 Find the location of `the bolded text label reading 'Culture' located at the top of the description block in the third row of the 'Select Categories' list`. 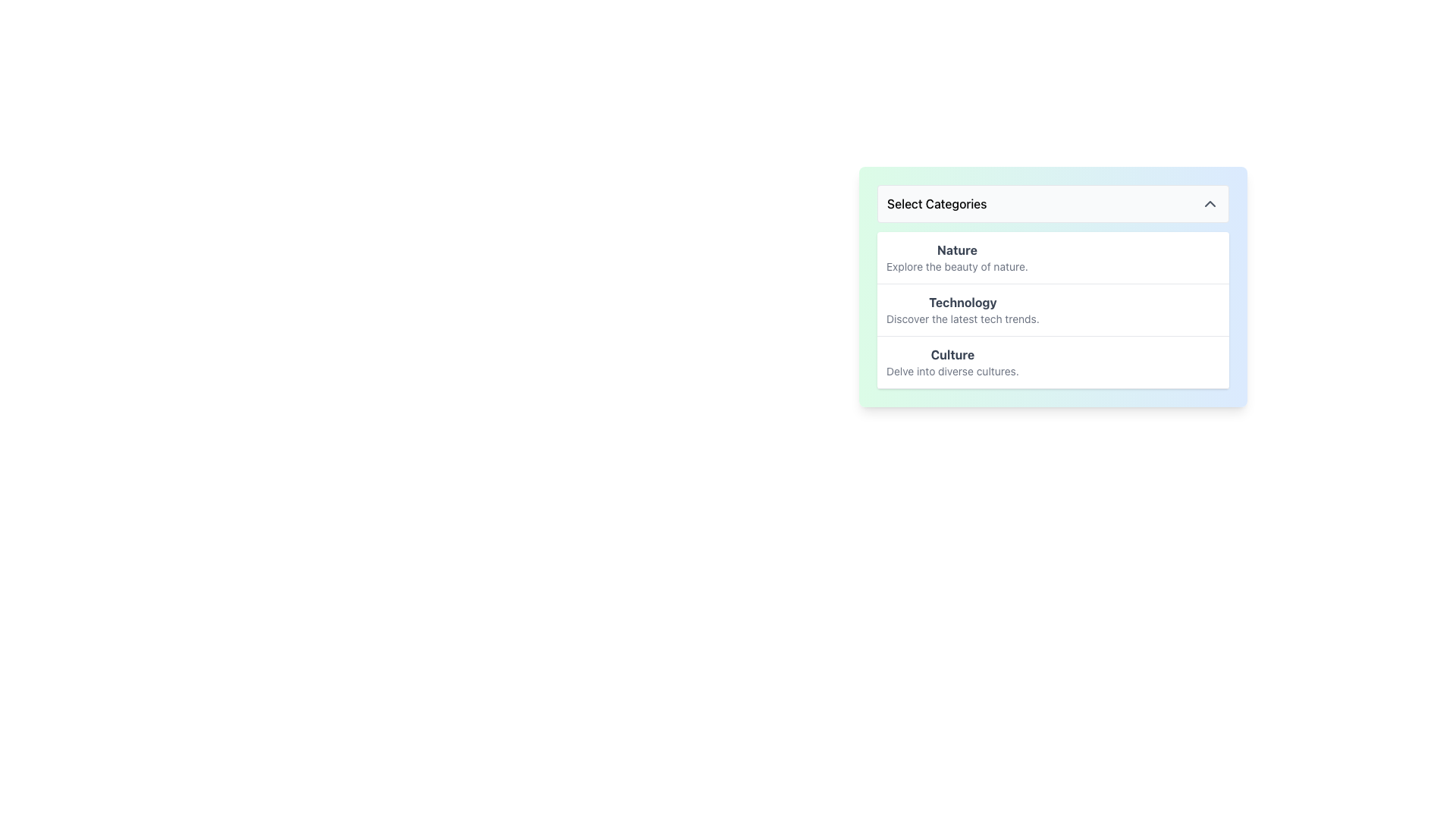

the bolded text label reading 'Culture' located at the top of the description block in the third row of the 'Select Categories' list is located at coordinates (952, 354).